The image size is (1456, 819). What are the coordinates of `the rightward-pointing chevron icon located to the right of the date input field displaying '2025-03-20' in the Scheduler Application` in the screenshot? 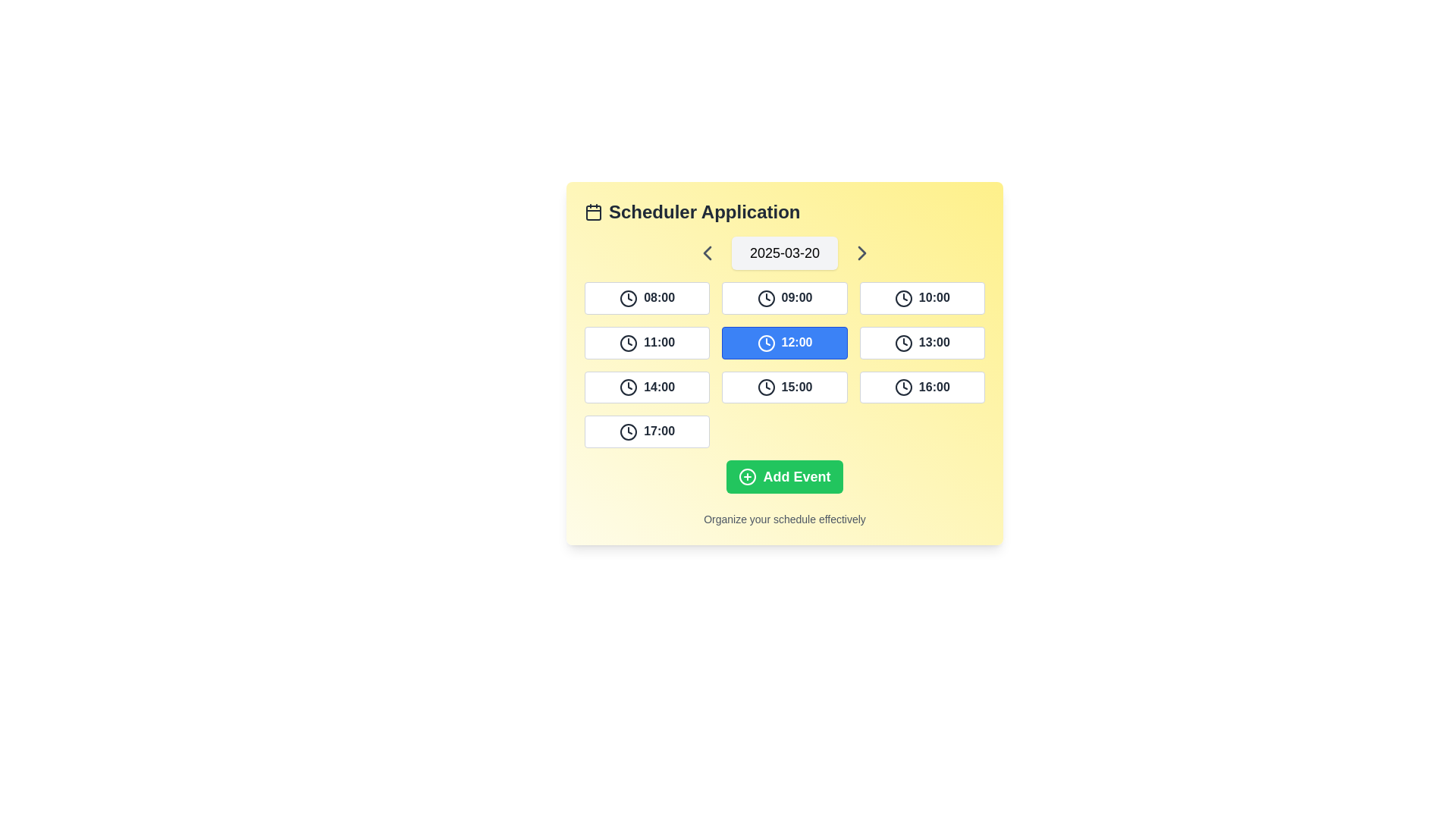 It's located at (862, 253).